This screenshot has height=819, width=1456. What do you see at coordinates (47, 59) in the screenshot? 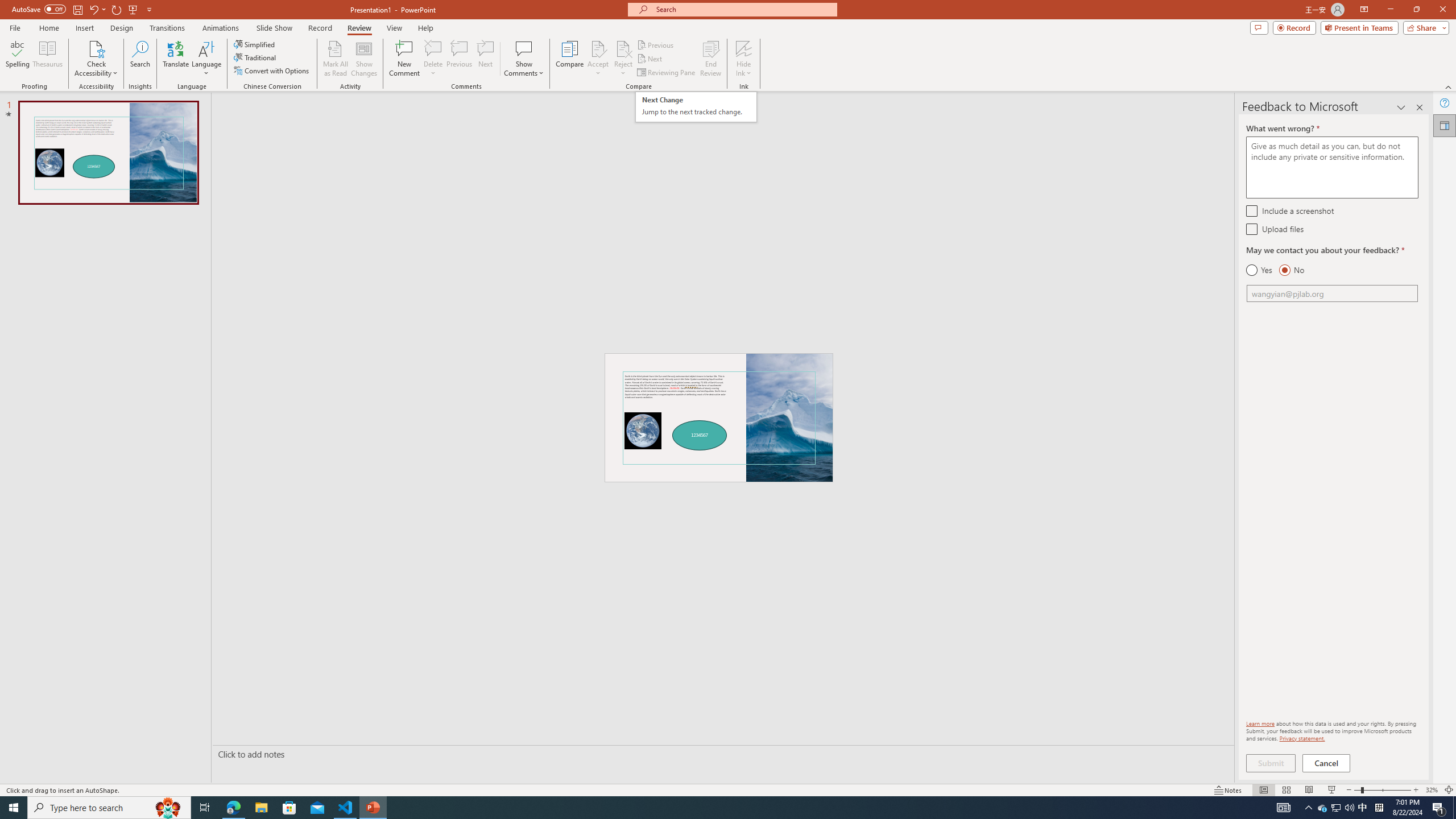
I see `'Thesaurus...'` at bounding box center [47, 59].